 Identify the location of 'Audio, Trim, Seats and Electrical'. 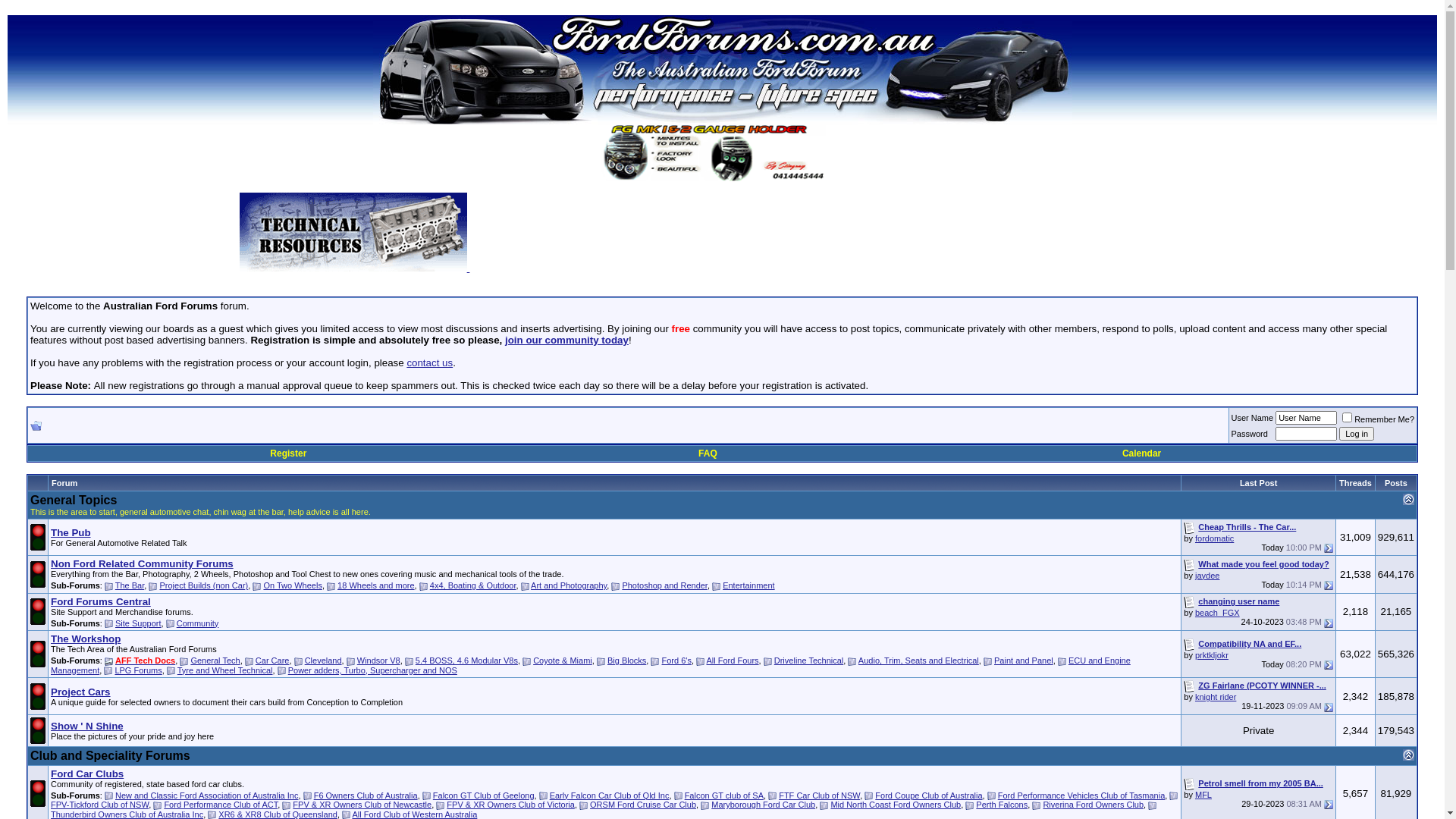
(918, 660).